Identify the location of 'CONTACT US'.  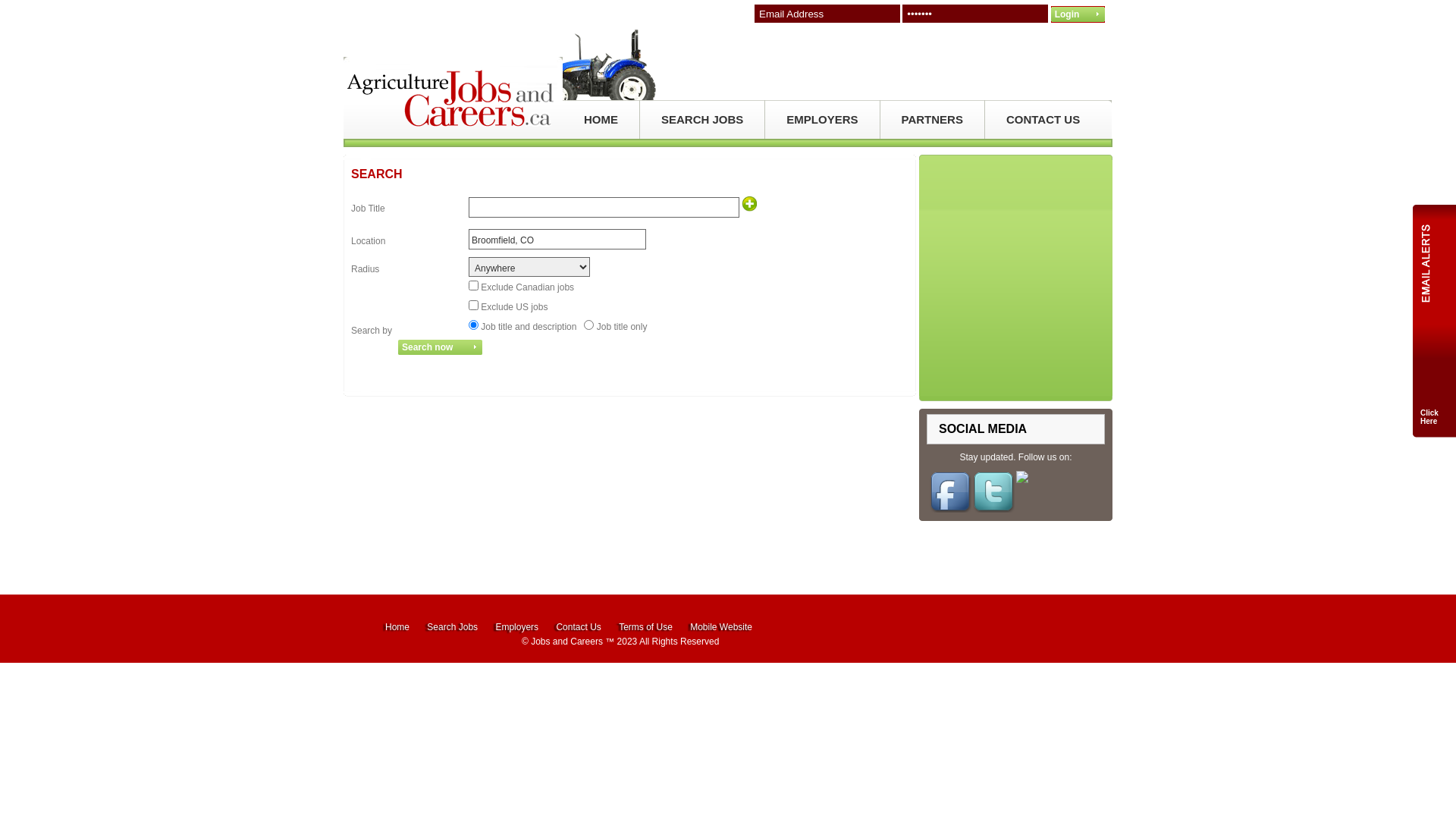
(1042, 118).